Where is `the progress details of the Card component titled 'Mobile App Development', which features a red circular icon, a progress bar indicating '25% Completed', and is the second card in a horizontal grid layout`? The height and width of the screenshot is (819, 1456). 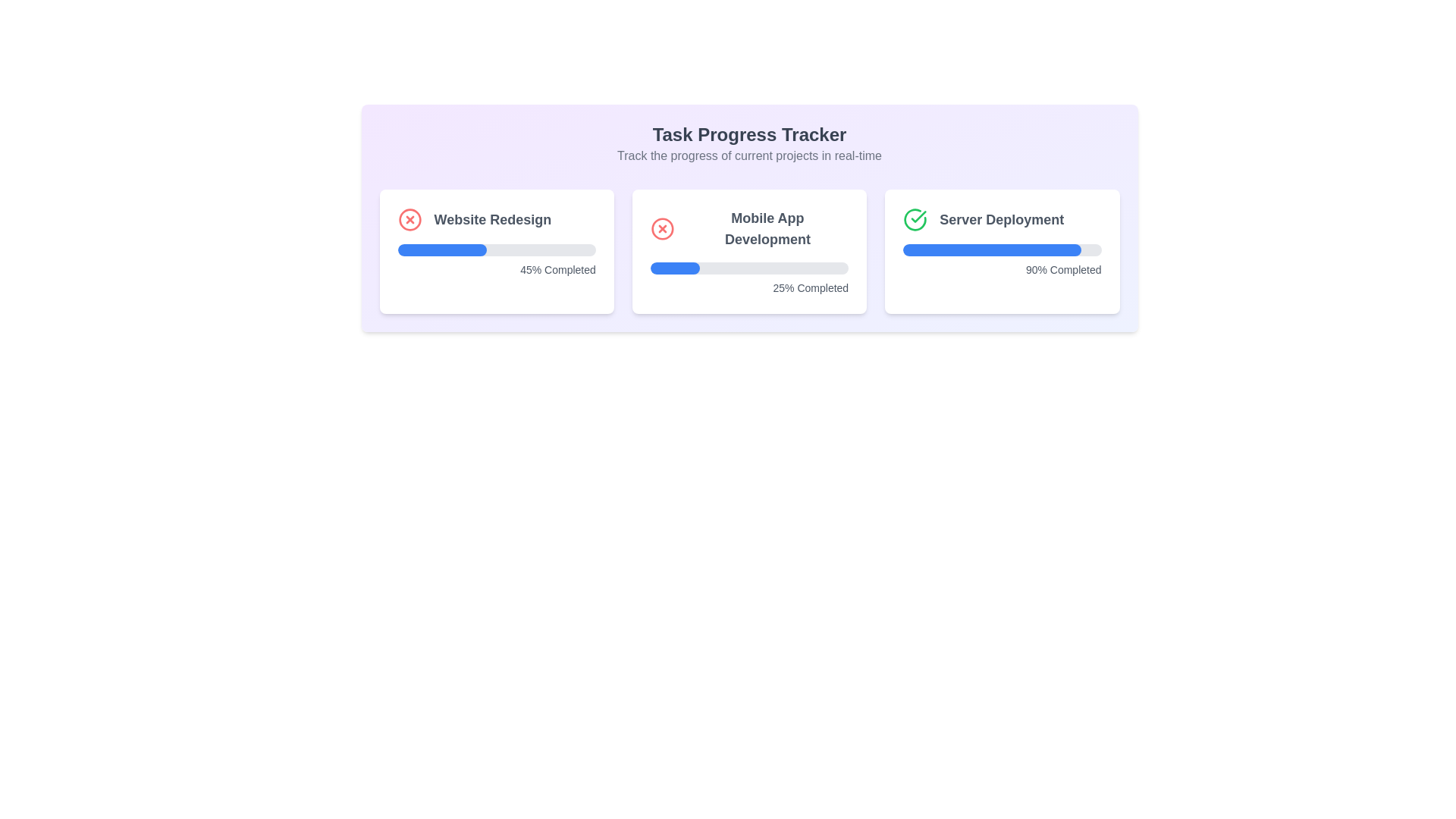
the progress details of the Card component titled 'Mobile App Development', which features a red circular icon, a progress bar indicating '25% Completed', and is the second card in a horizontal grid layout is located at coordinates (749, 250).